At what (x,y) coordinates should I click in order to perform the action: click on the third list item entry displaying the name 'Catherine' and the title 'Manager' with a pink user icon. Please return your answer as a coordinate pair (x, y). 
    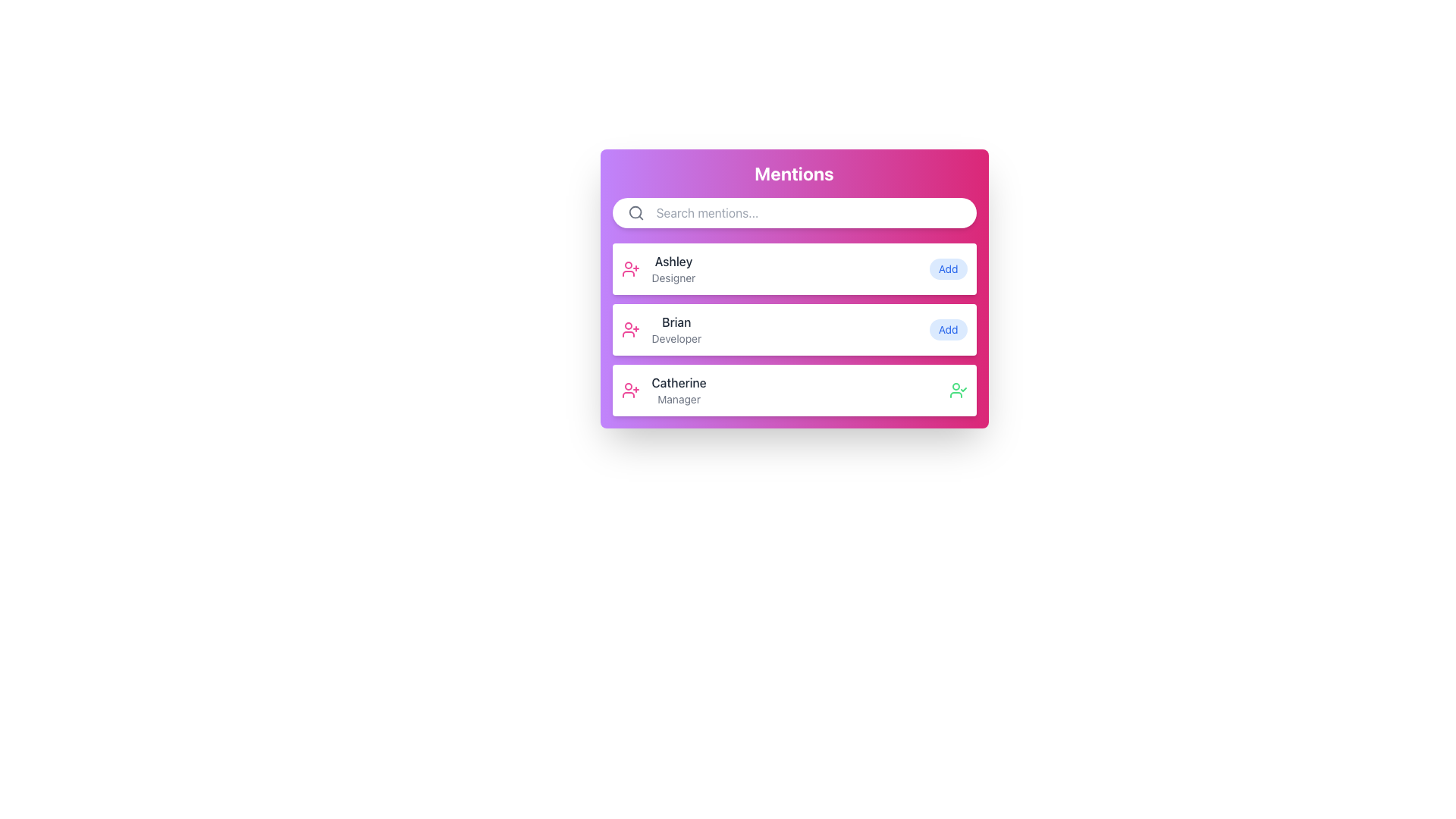
    Looking at the image, I should click on (664, 390).